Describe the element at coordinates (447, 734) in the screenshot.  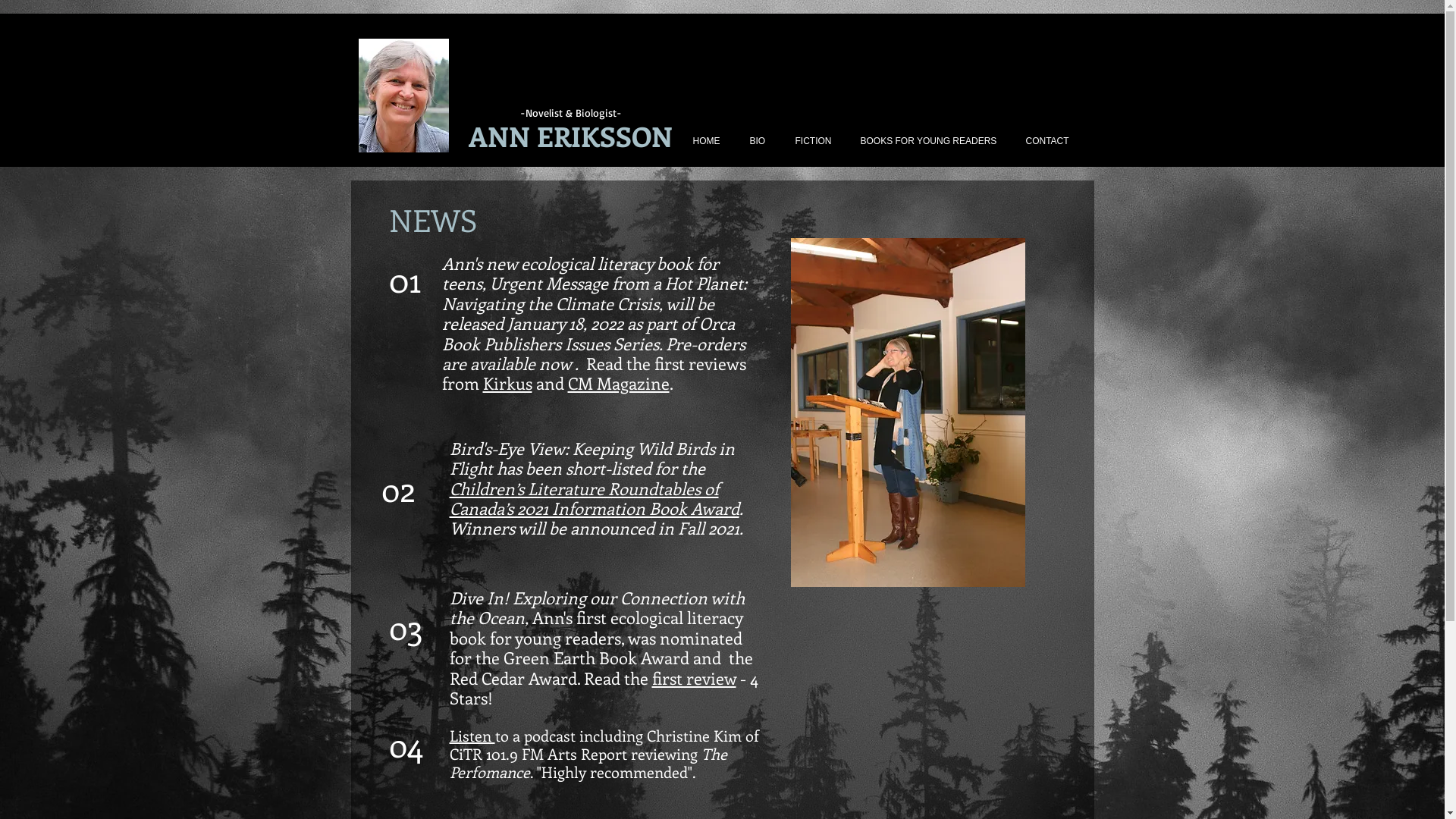
I see `'Listen'` at that location.